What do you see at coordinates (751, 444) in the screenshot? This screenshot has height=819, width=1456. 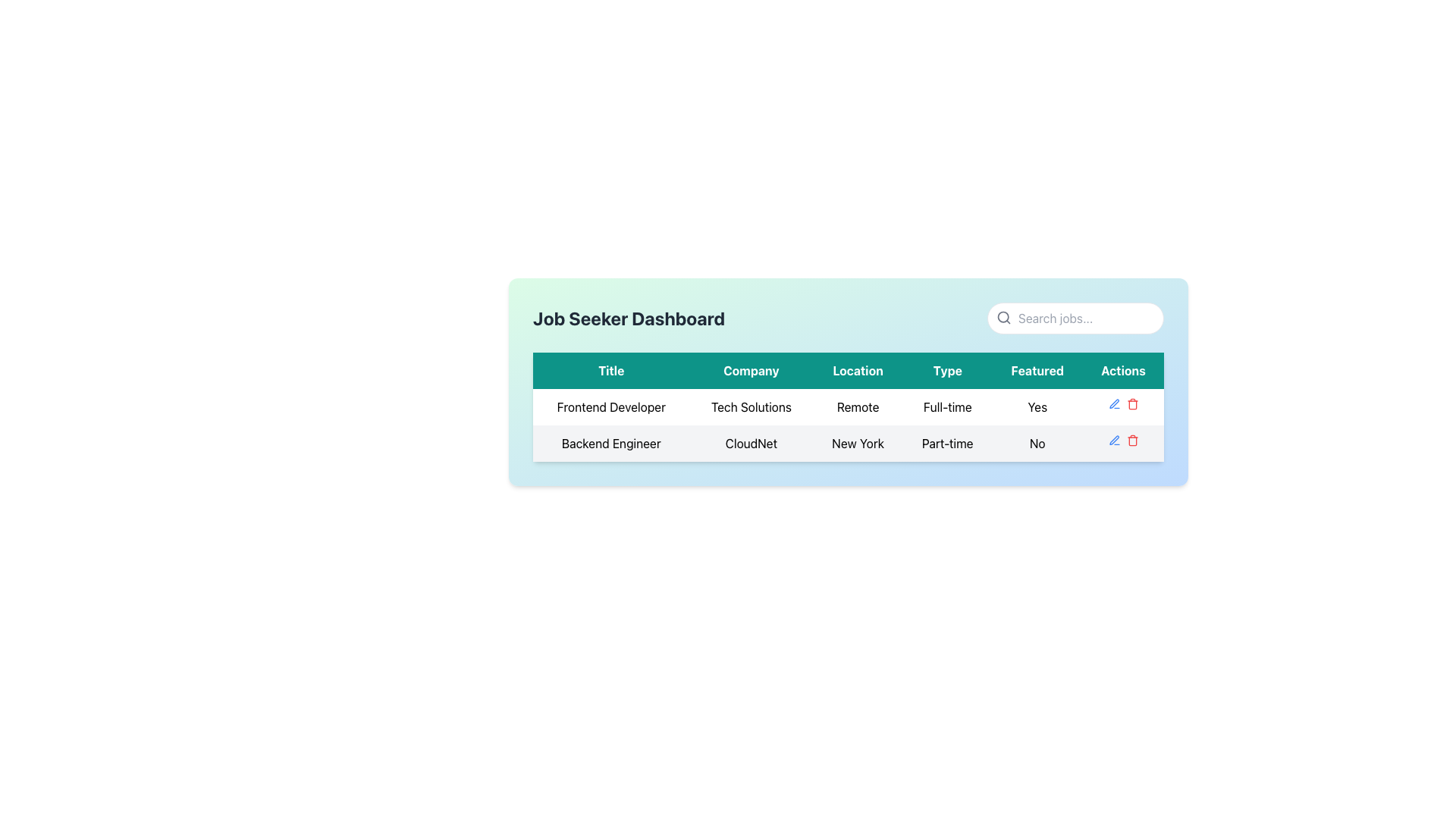 I see `the Text label displaying the company name associated with a job listing, located in the second row of the table under the 'Company' column` at bounding box center [751, 444].